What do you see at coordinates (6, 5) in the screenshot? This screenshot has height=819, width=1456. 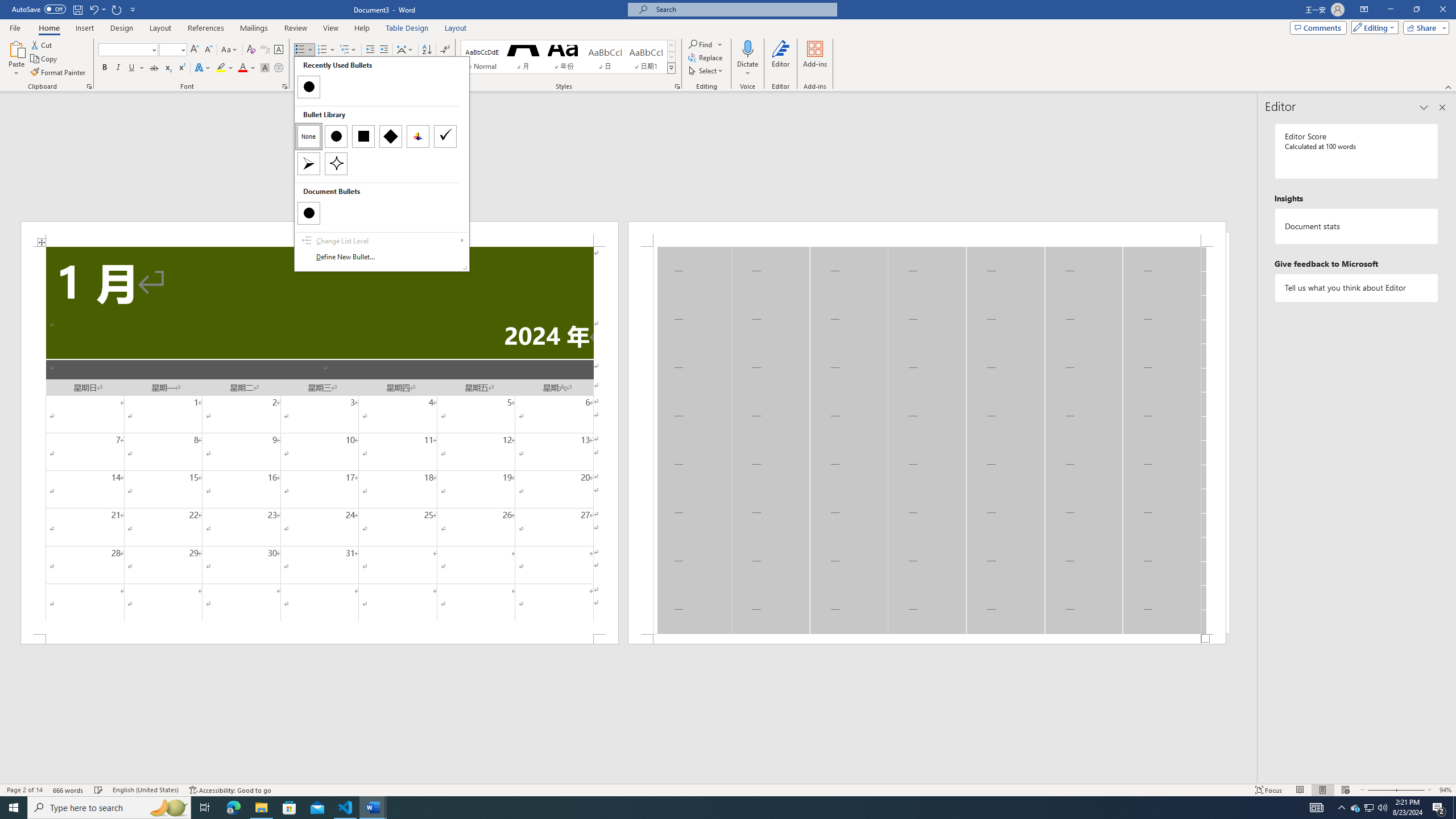 I see `'System'` at bounding box center [6, 5].